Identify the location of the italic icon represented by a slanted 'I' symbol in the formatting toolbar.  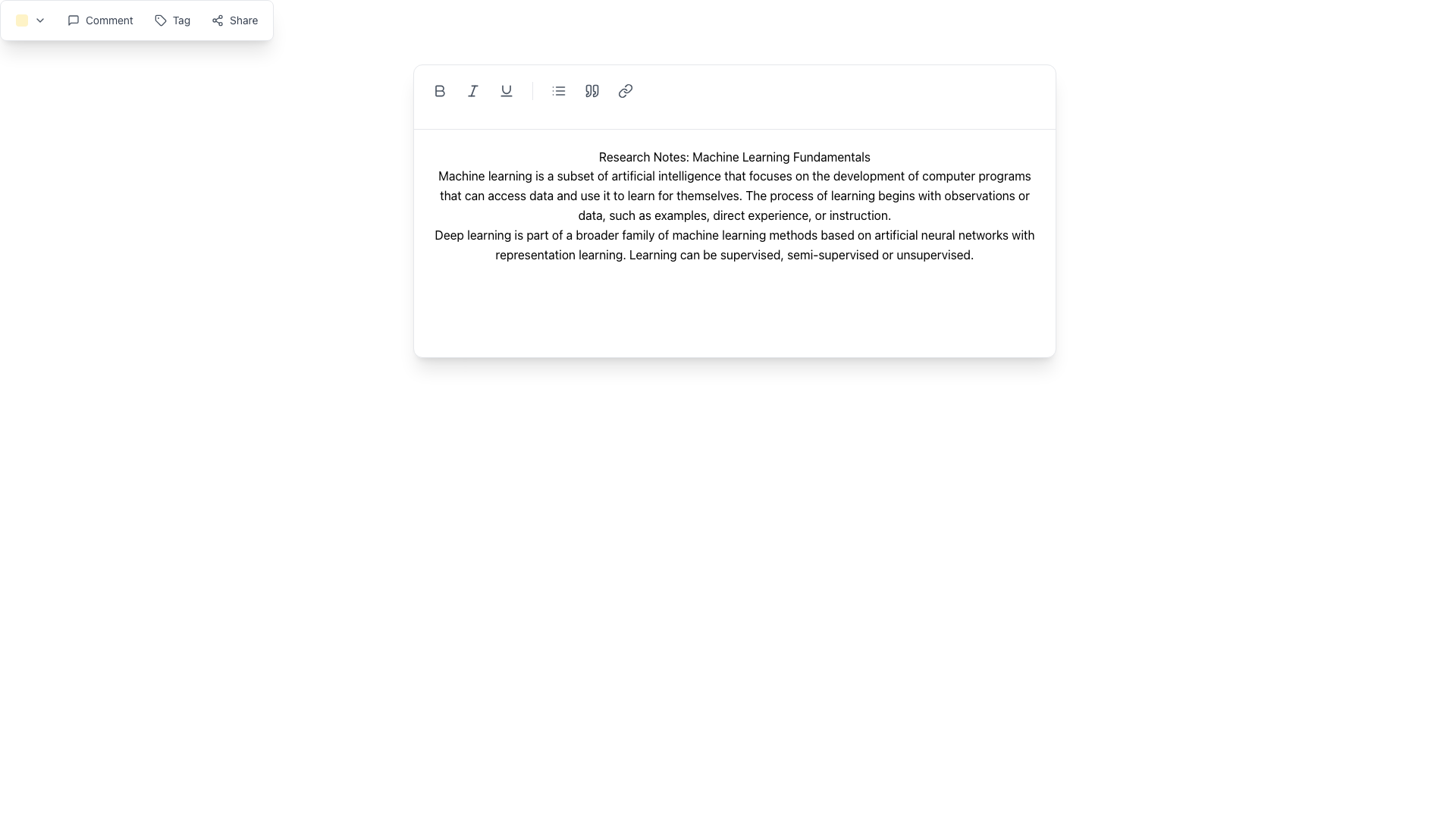
(472, 90).